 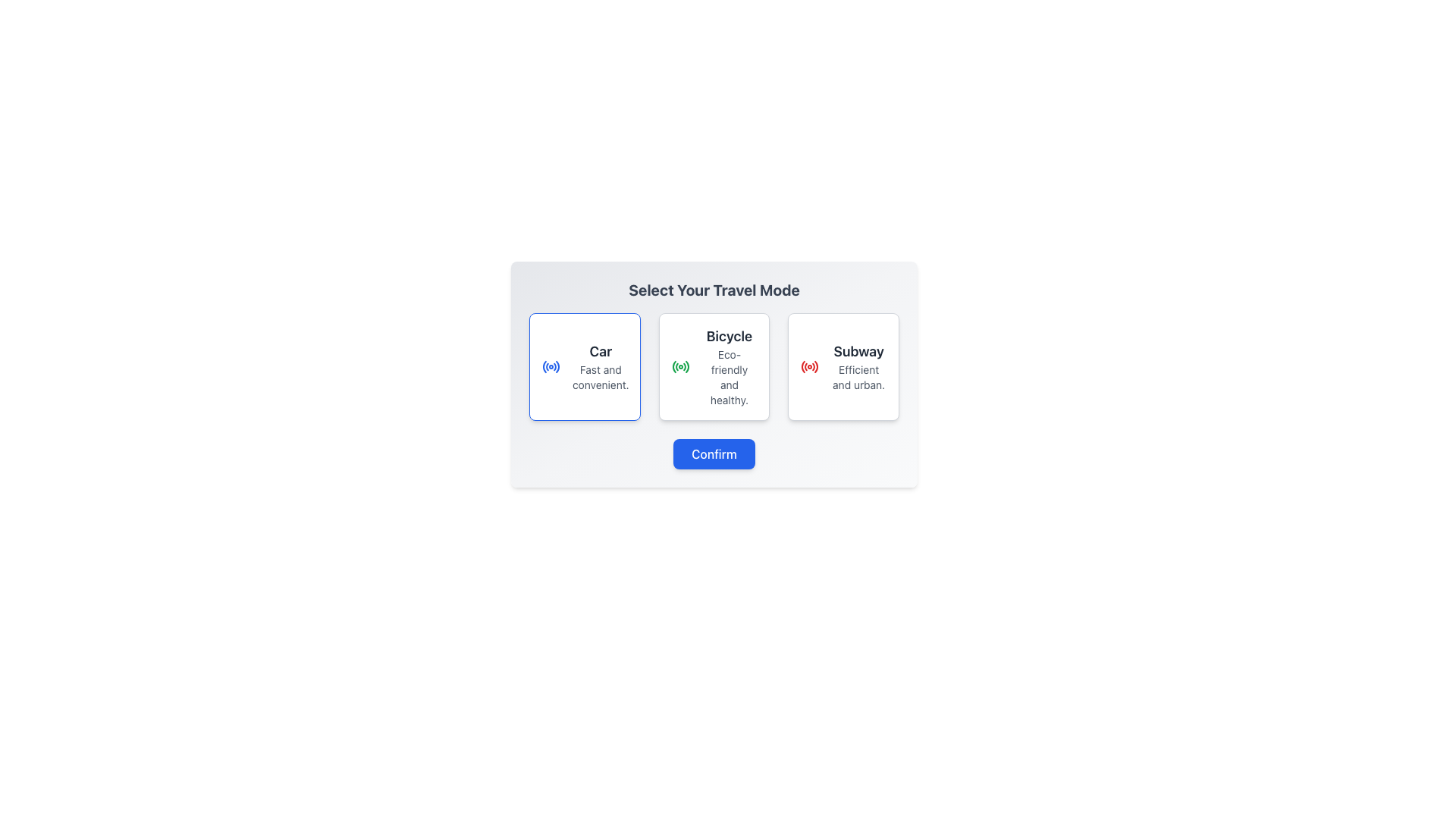 What do you see at coordinates (557, 366) in the screenshot?
I see `the fifth curved red line of the circular radio icon, which is positioned to the right in the icon's graphical representation within the leftmost white card labeled 'Car'` at bounding box center [557, 366].